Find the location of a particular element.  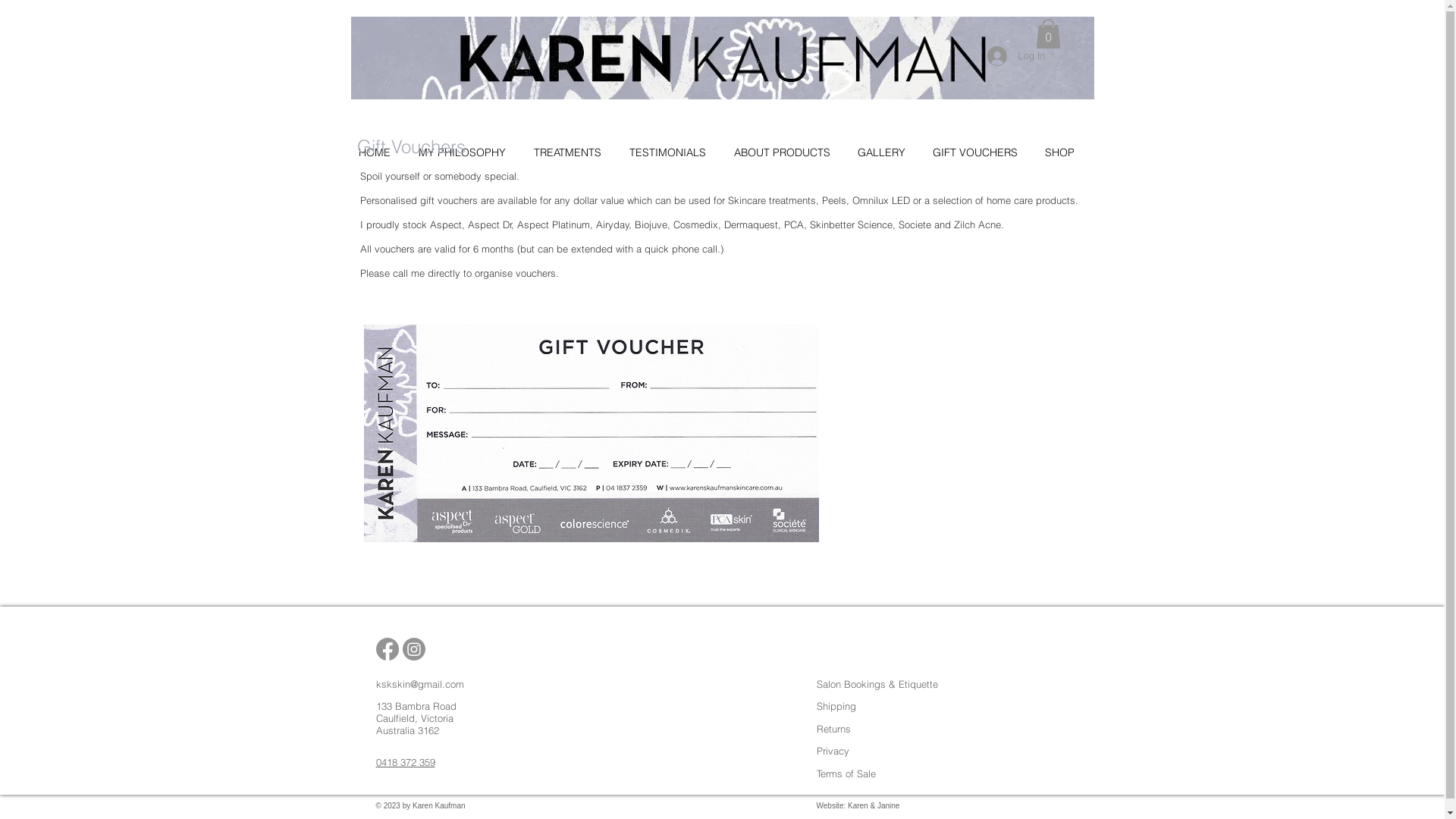

'Shipping' is located at coordinates (835, 705).